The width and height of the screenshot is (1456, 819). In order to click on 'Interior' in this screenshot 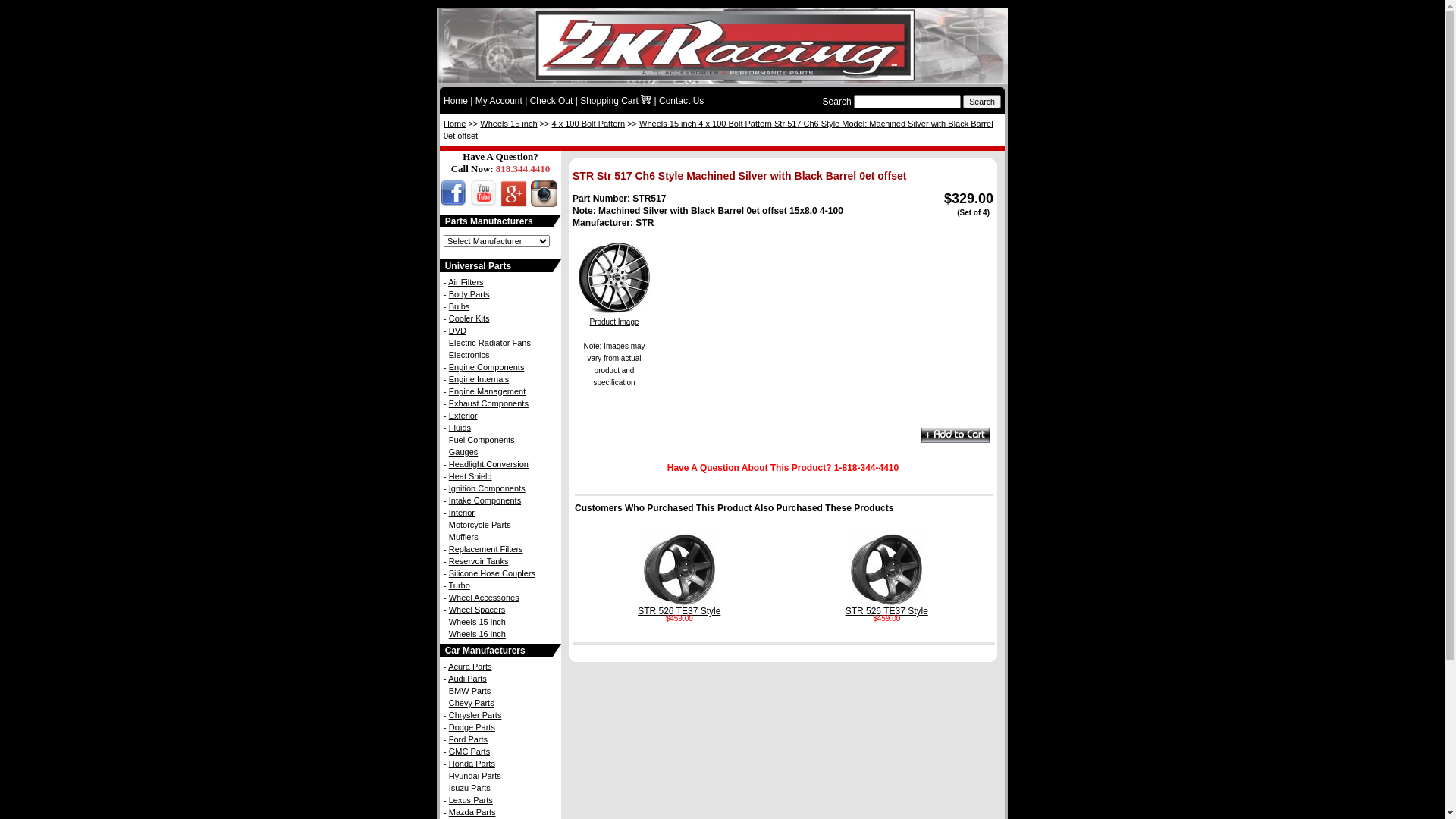, I will do `click(461, 512)`.